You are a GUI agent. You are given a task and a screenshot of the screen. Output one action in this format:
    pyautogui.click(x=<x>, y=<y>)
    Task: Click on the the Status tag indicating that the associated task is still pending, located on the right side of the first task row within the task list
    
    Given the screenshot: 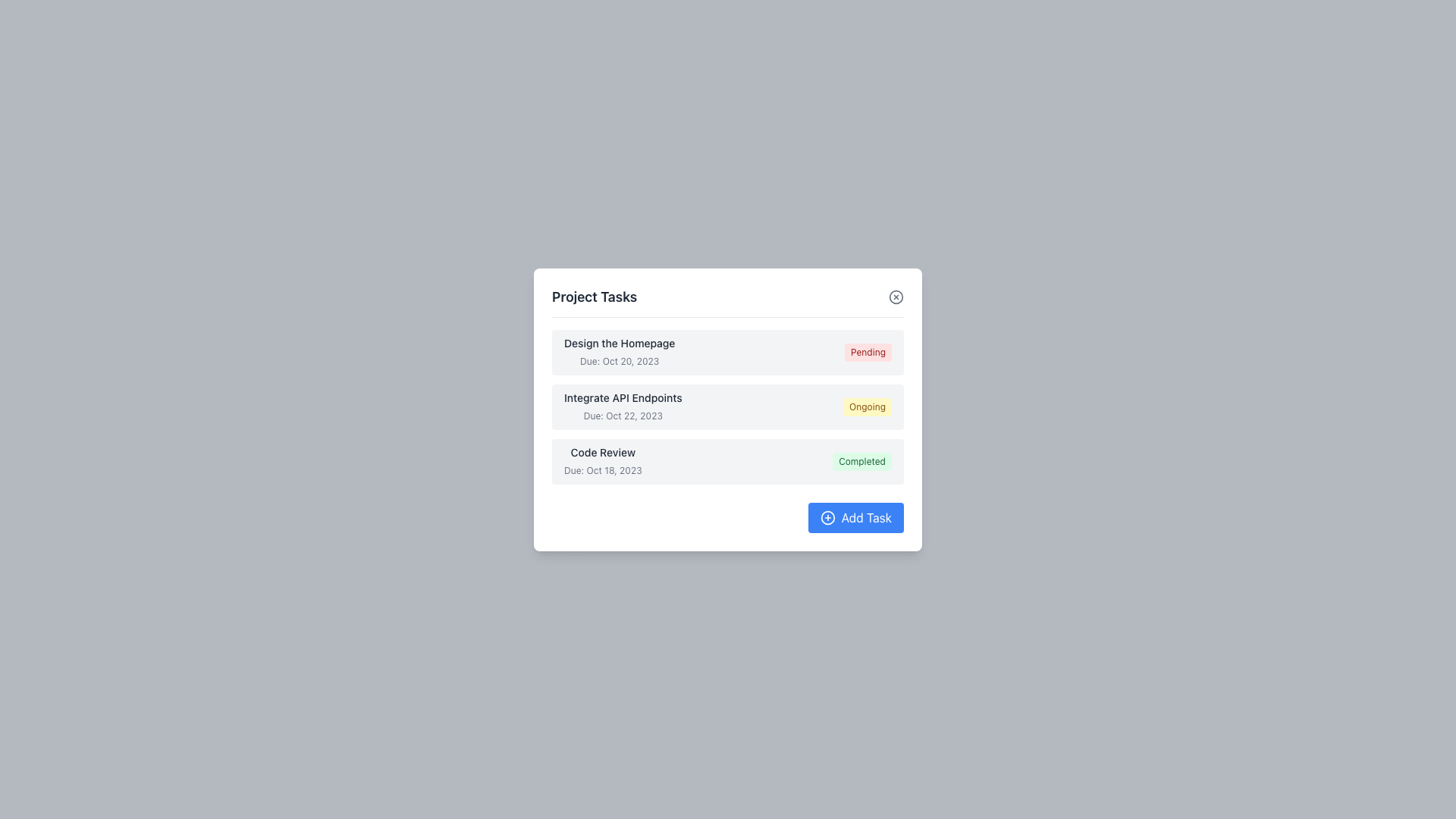 What is the action you would take?
    pyautogui.click(x=868, y=352)
    